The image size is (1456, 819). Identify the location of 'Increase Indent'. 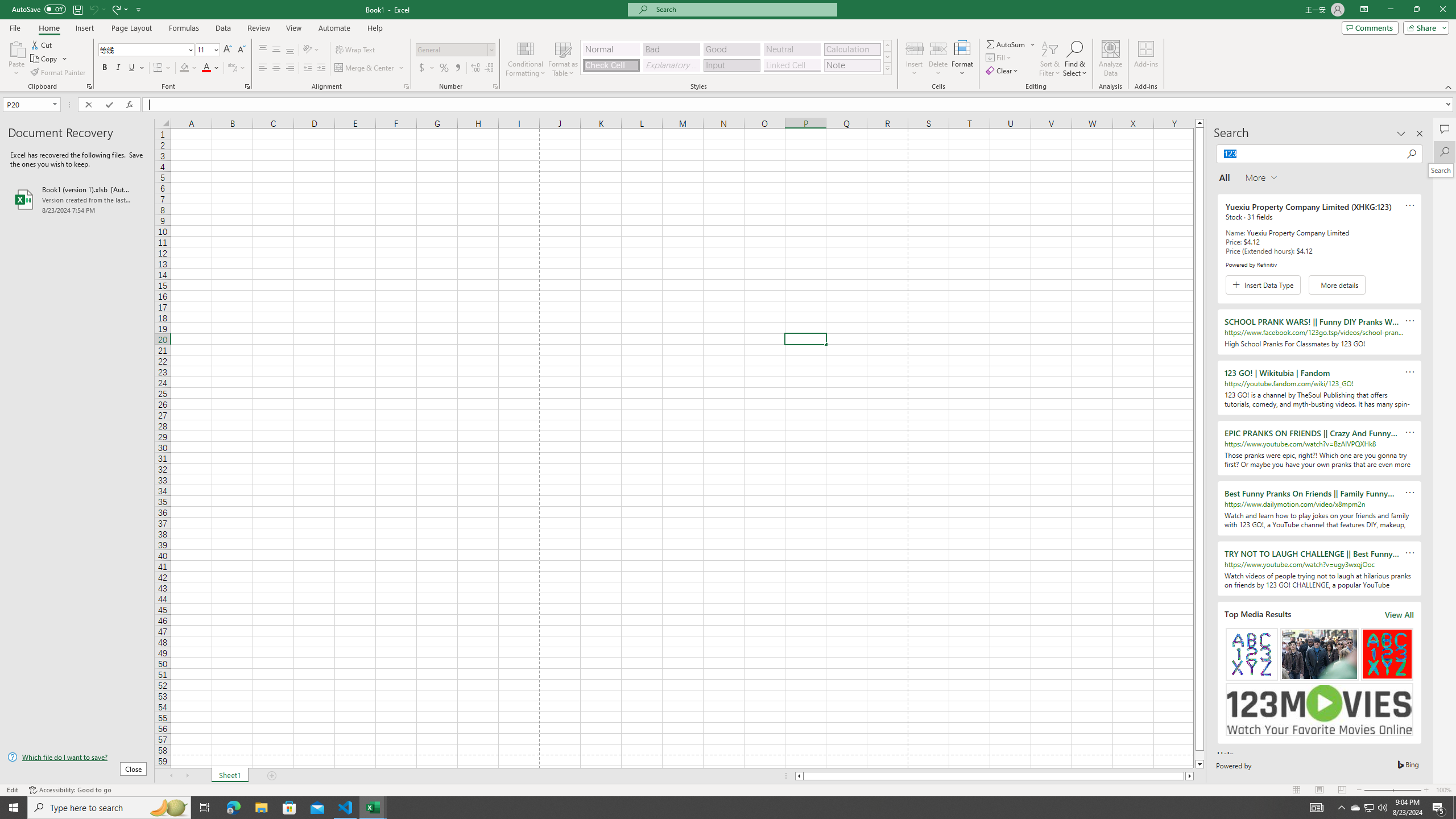
(320, 67).